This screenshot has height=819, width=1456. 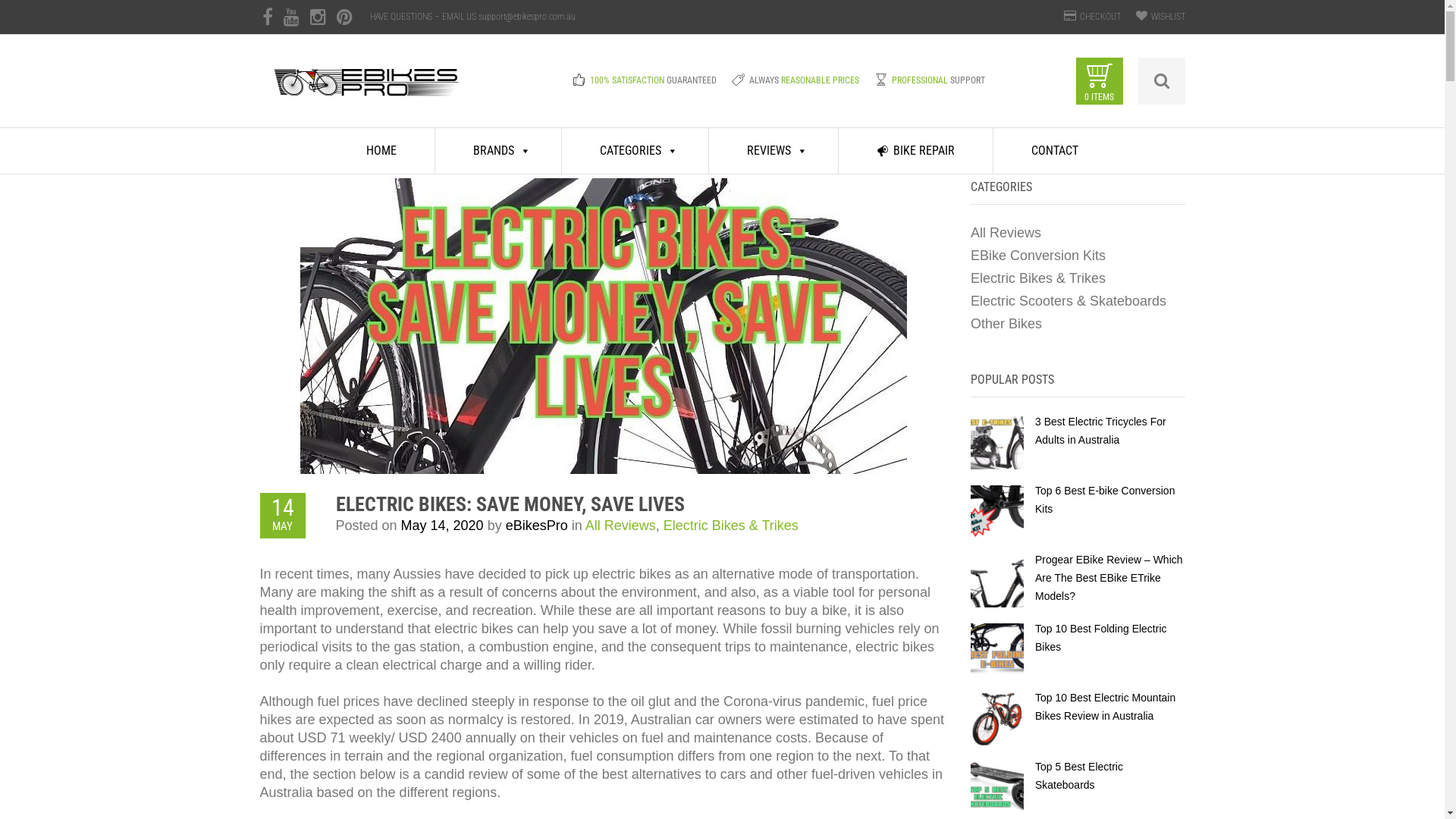 I want to click on 'EBike Conversion Kits', so click(x=1037, y=254).